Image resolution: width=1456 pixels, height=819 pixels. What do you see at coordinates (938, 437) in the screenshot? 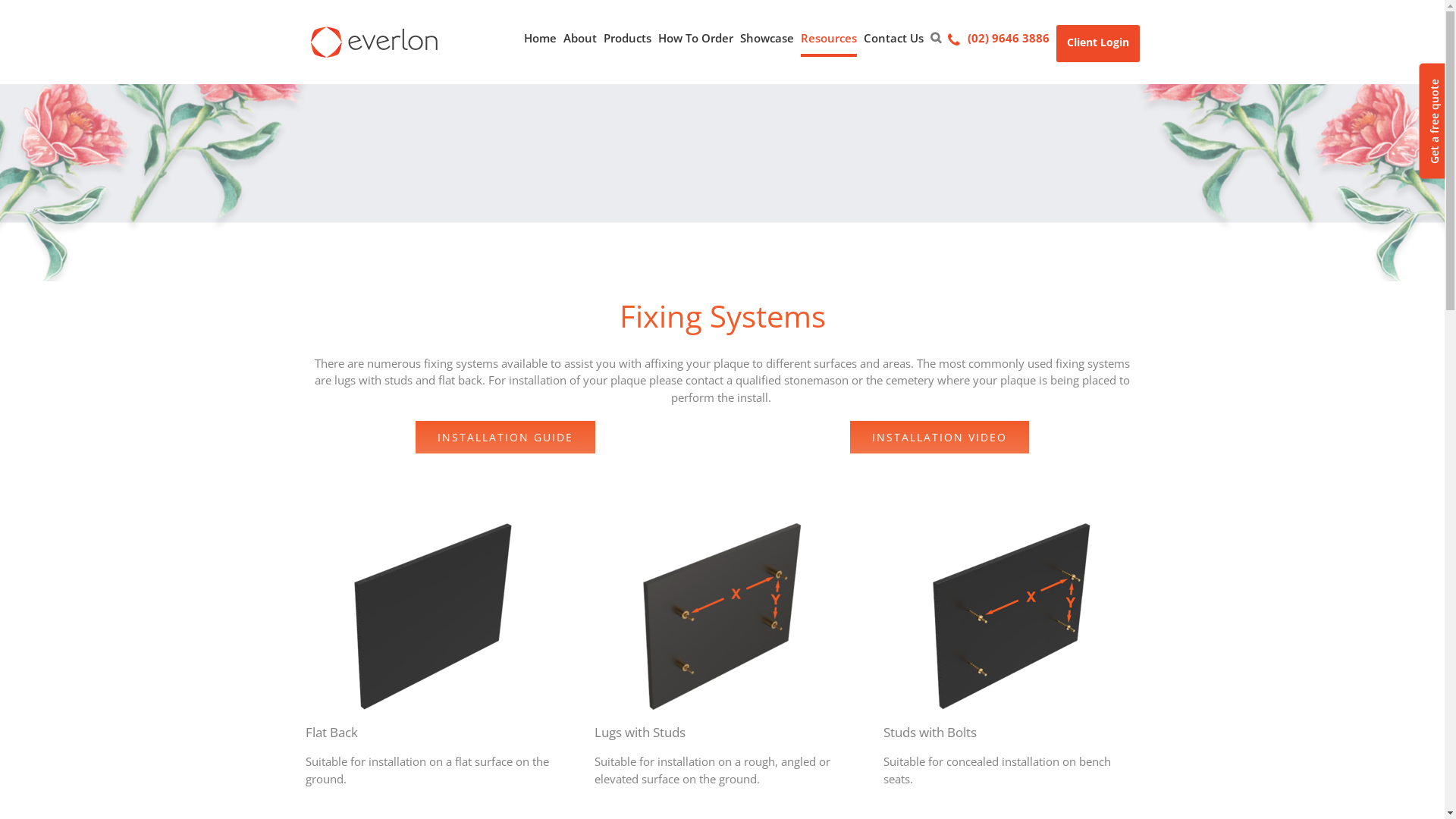
I see `'INSTALLATION VIDEO'` at bounding box center [938, 437].